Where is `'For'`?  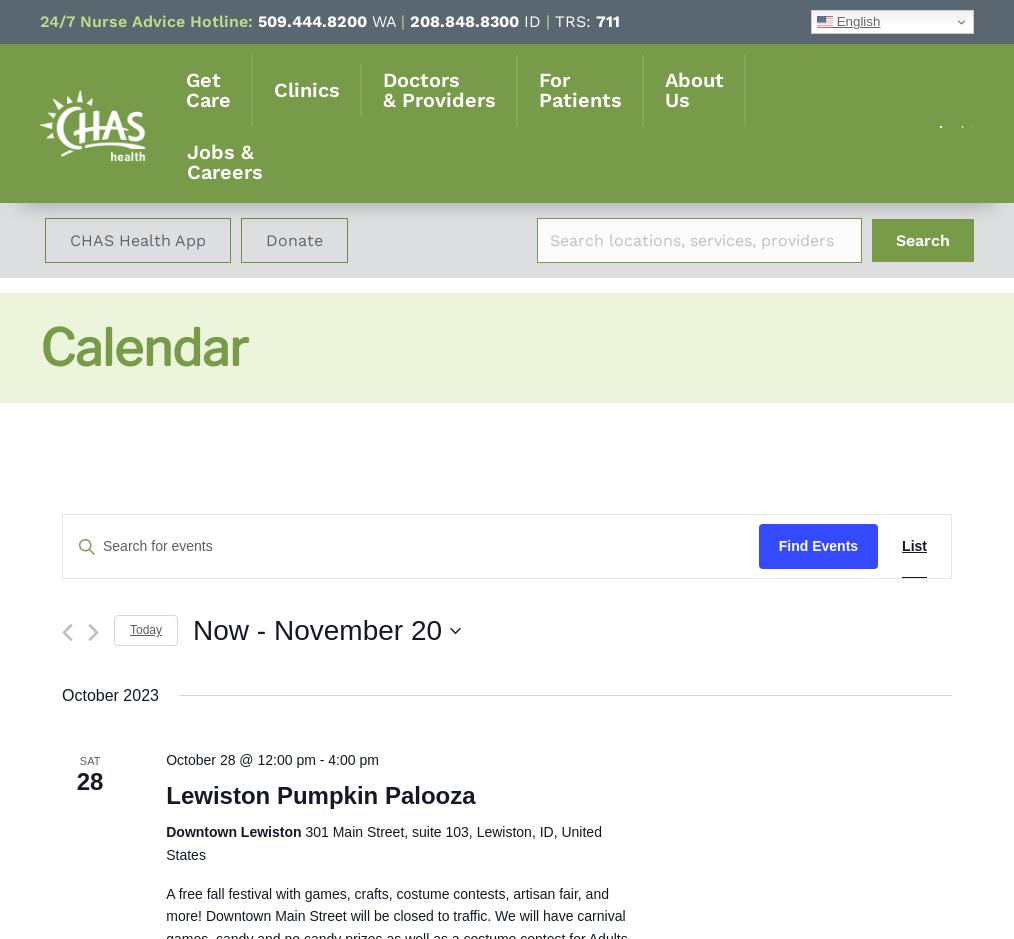
'For' is located at coordinates (553, 80).